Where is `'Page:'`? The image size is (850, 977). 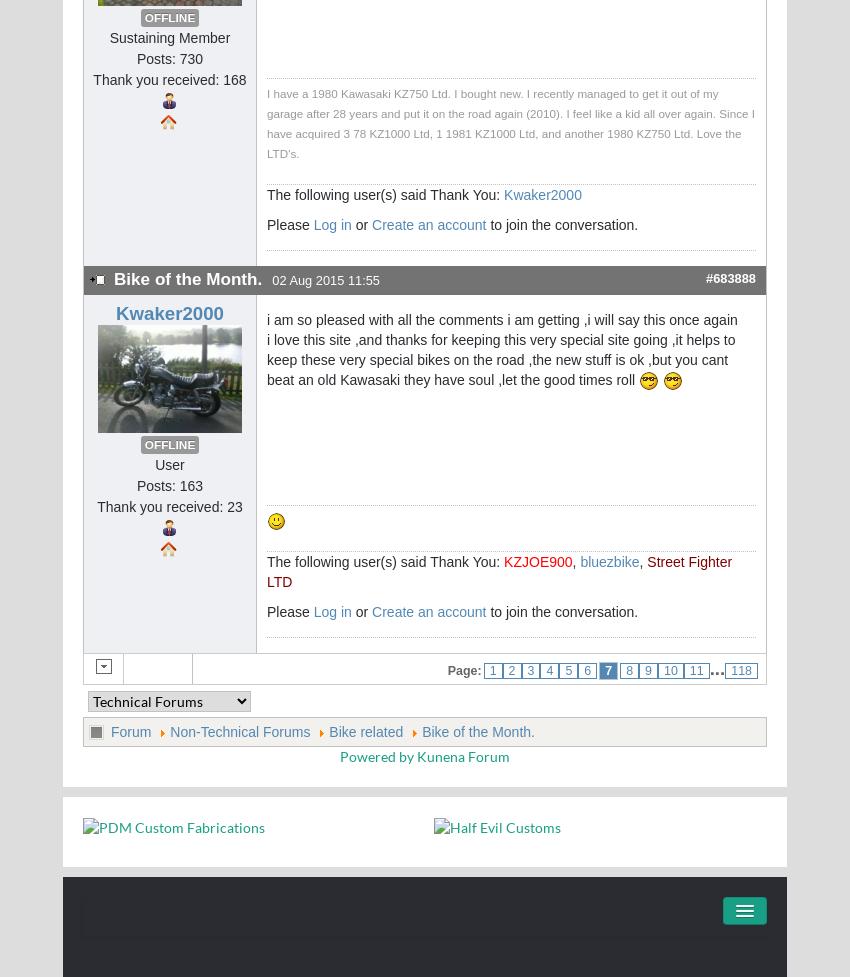 'Page:' is located at coordinates (463, 671).